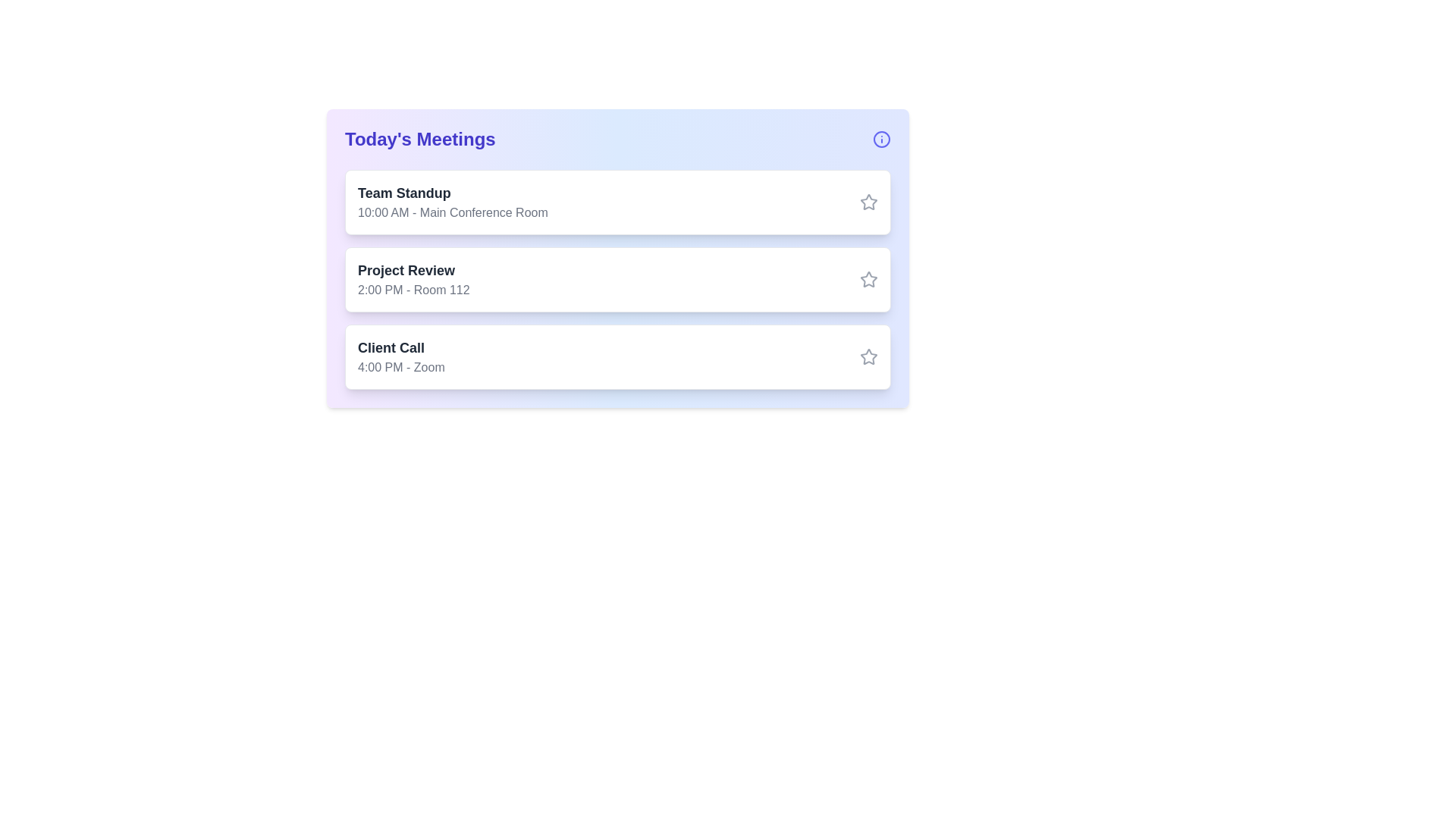 The height and width of the screenshot is (819, 1456). What do you see at coordinates (869, 201) in the screenshot?
I see `the interactive star icon located in the top-right corner of the first card in the list` at bounding box center [869, 201].